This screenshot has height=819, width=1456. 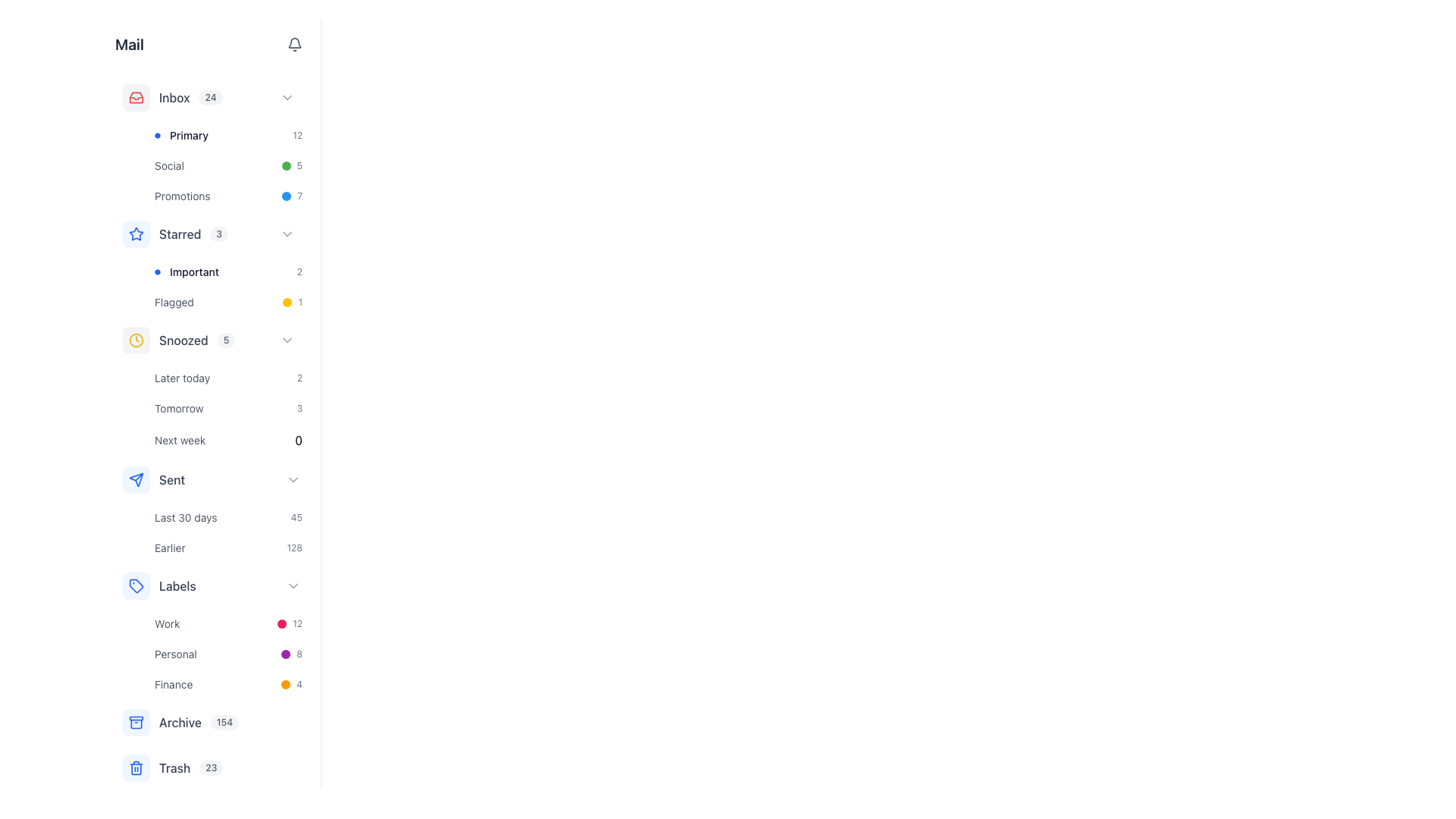 I want to click on the 'Trash' text label with the count badge '23', so click(x=190, y=768).